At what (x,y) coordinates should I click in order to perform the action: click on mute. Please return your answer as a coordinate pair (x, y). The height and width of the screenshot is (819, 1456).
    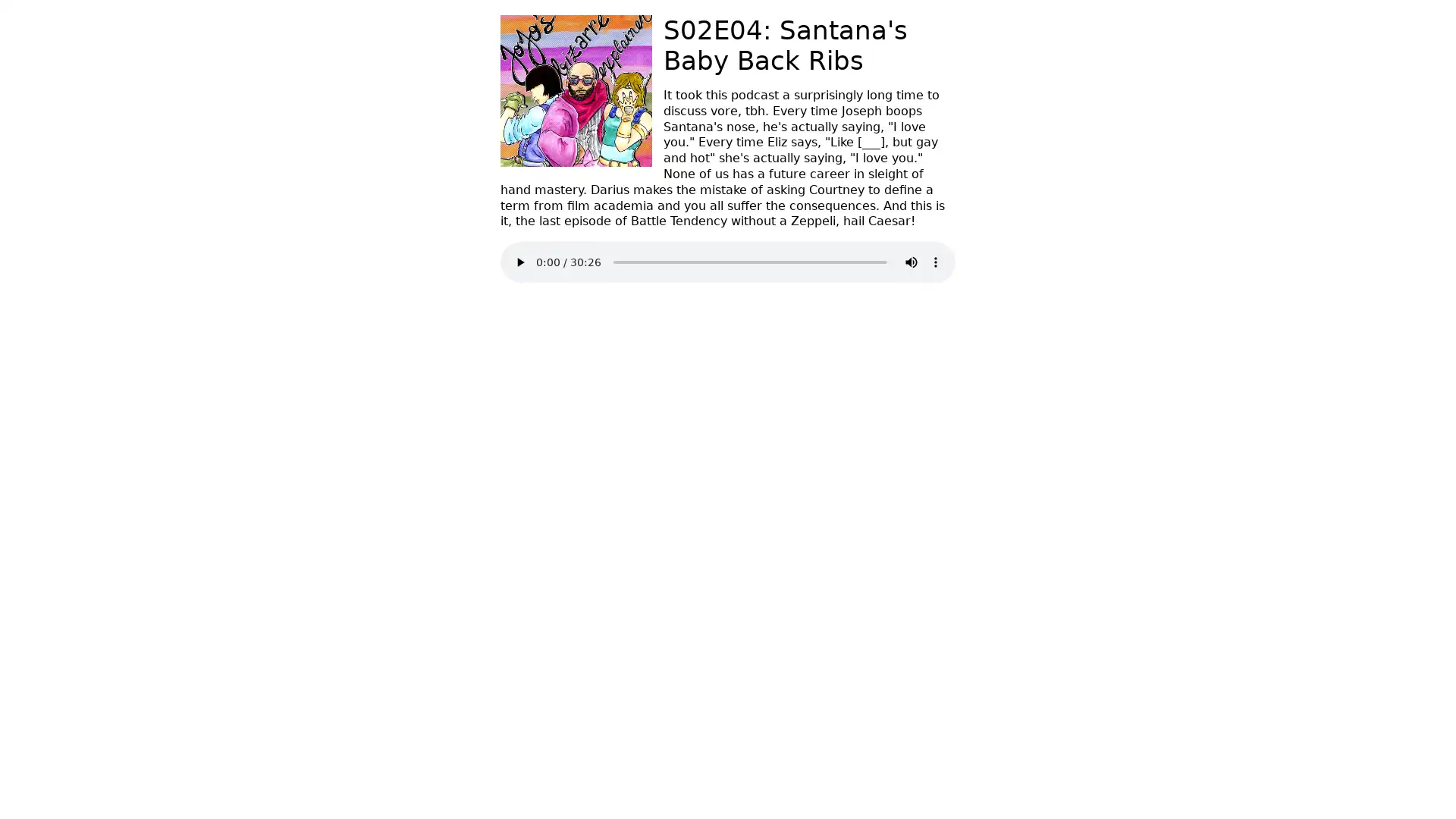
    Looking at the image, I should click on (910, 262).